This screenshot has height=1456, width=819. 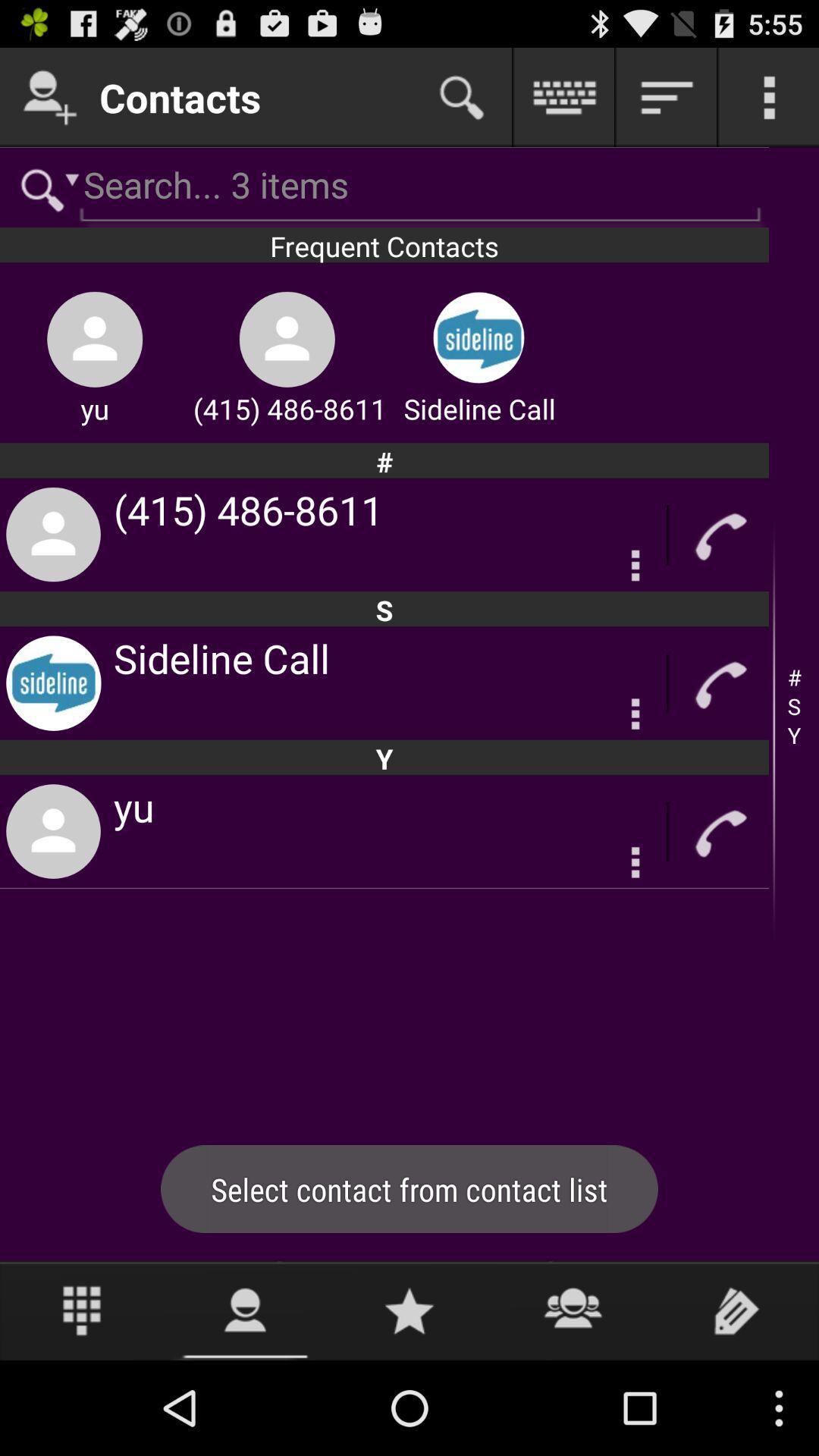 I want to click on the star icon, so click(x=409, y=1401).